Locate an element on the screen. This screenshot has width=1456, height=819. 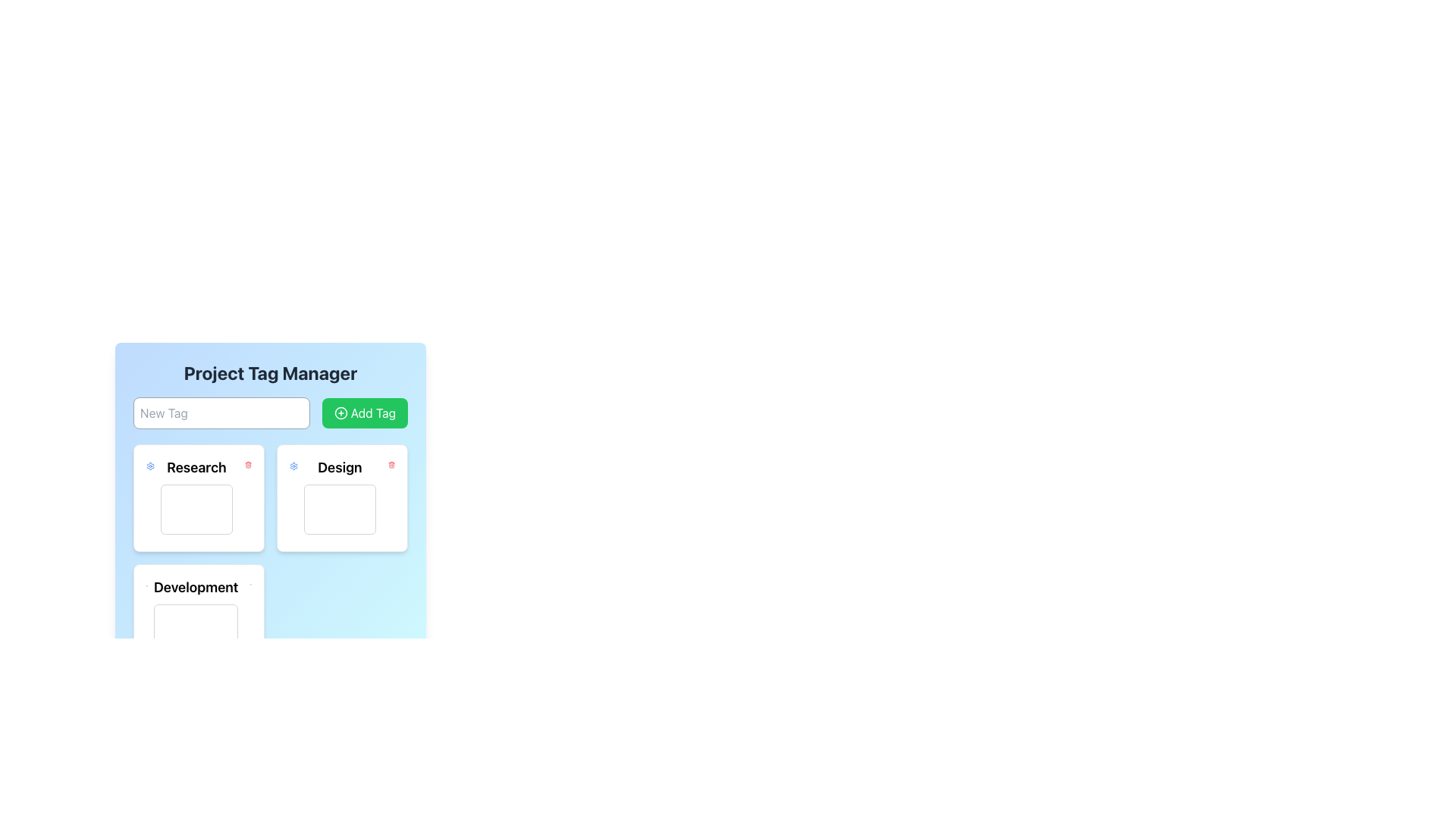
the 'Add Tag' button is located at coordinates (365, 413).